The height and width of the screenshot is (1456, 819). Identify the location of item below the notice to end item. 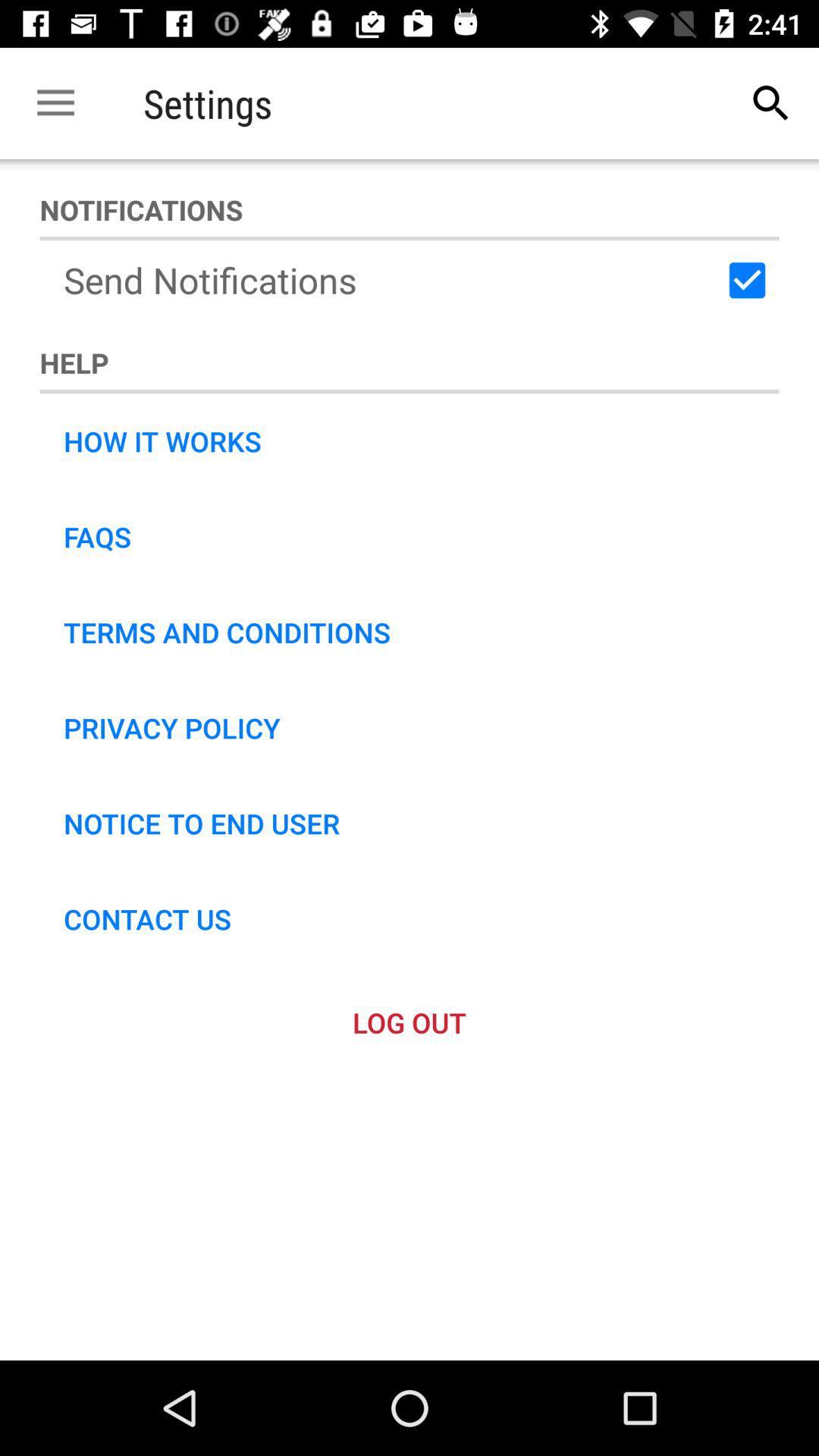
(147, 918).